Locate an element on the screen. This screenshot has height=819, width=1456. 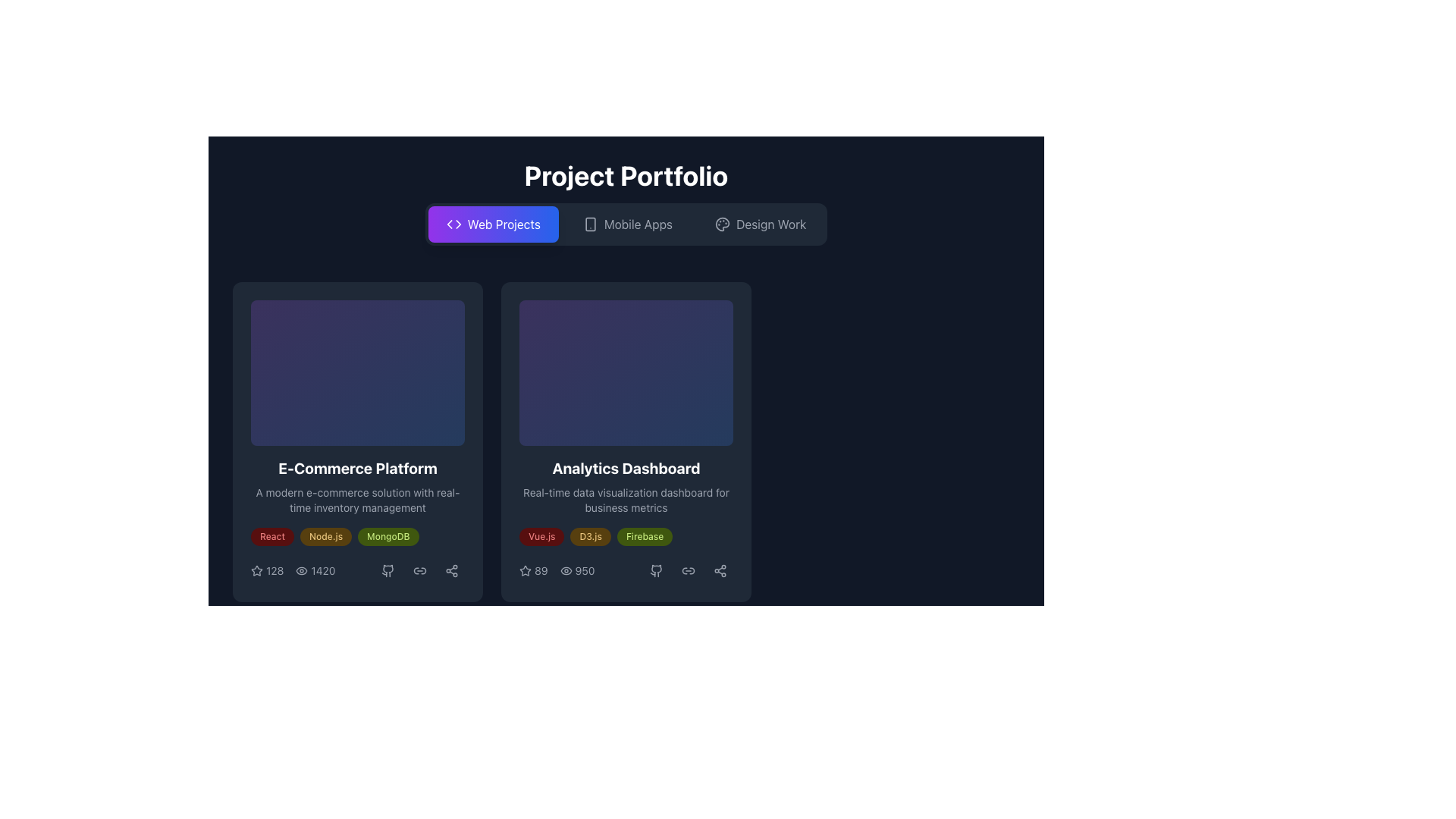
the text label that displays the number of views for the 'E-Commerce Platform' project, located below the image thumbnail and centered within the content card is located at coordinates (322, 570).